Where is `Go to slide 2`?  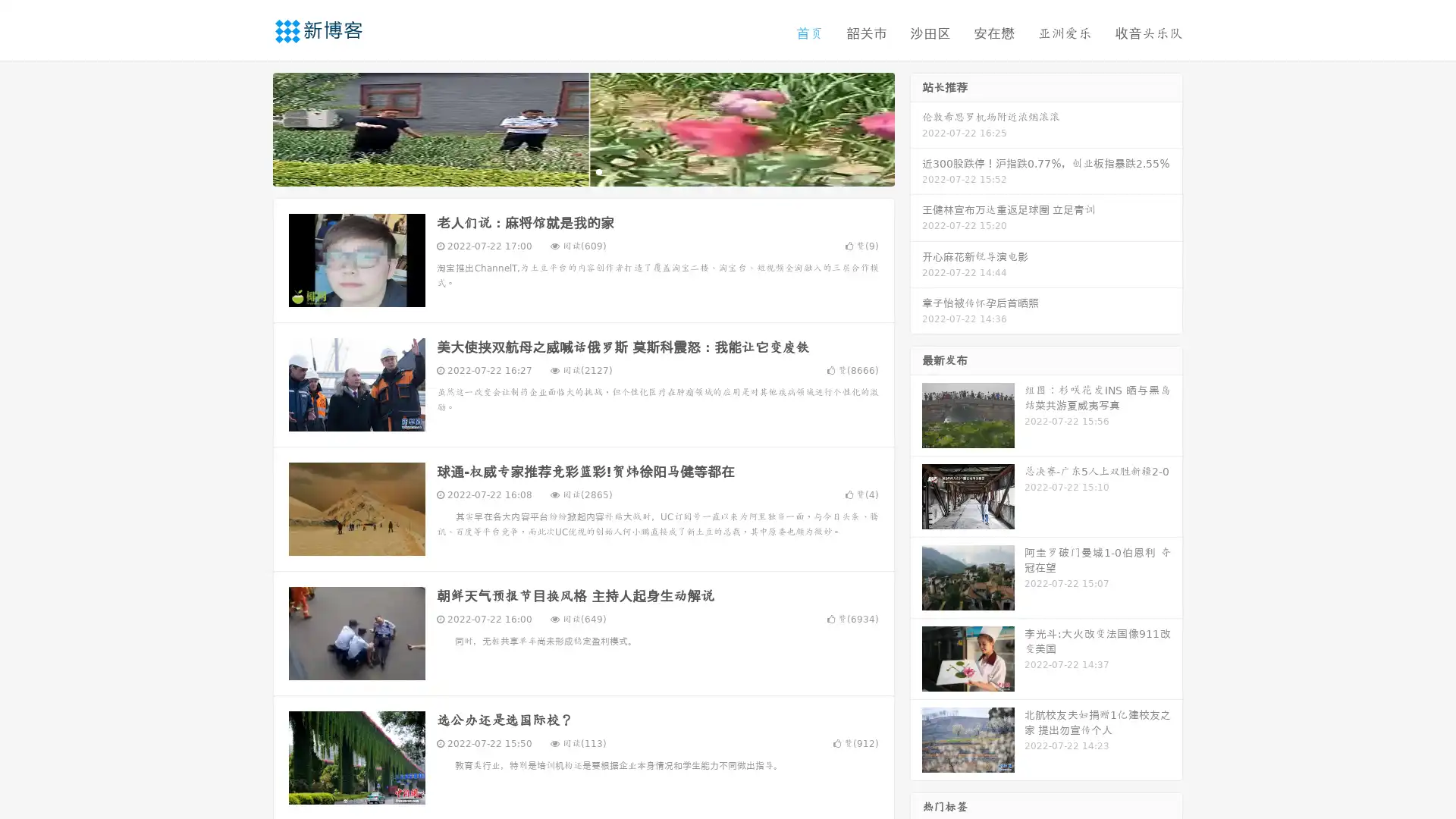 Go to slide 2 is located at coordinates (582, 171).